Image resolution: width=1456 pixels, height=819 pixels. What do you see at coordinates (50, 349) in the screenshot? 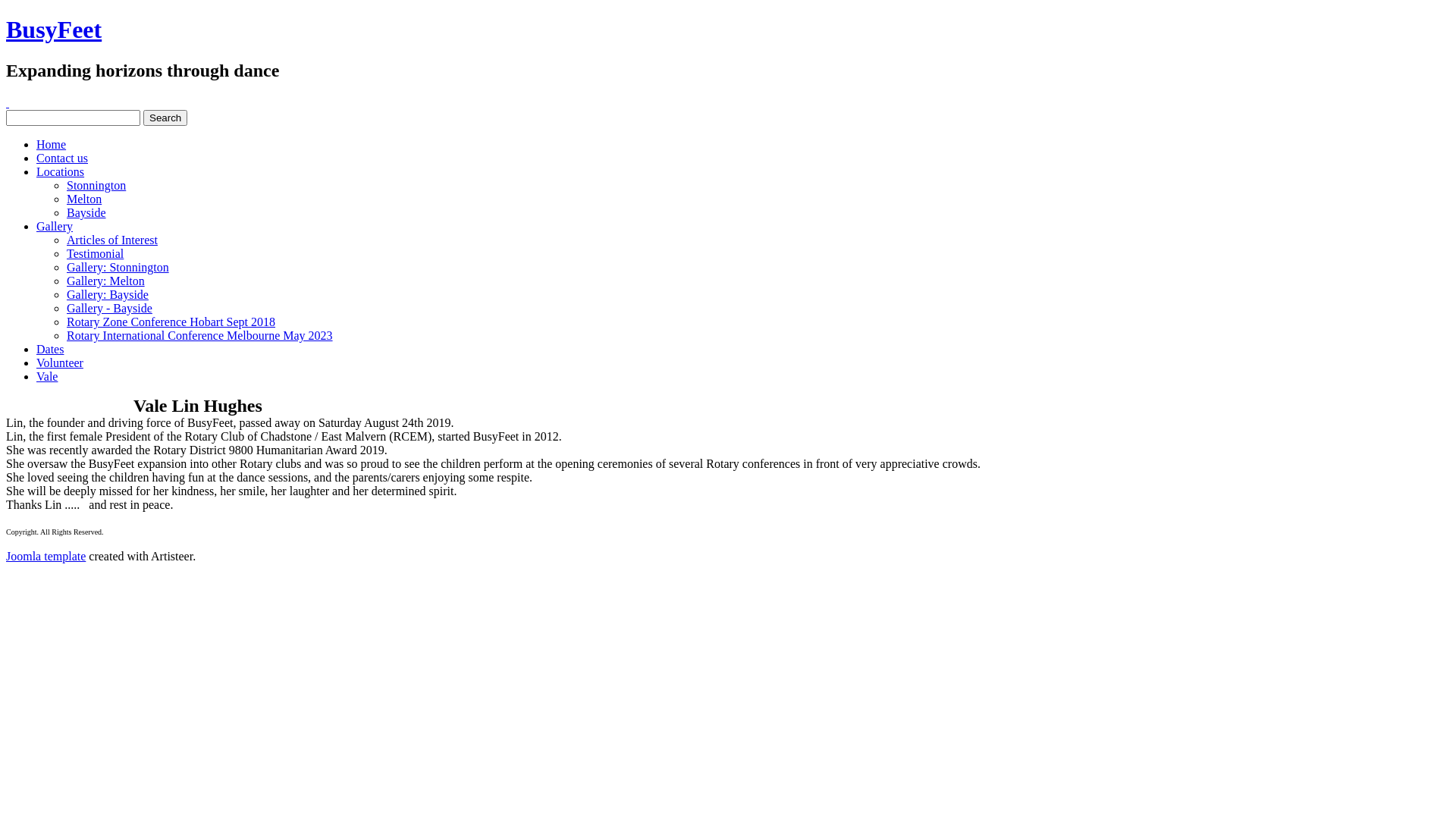
I see `'Dates'` at bounding box center [50, 349].